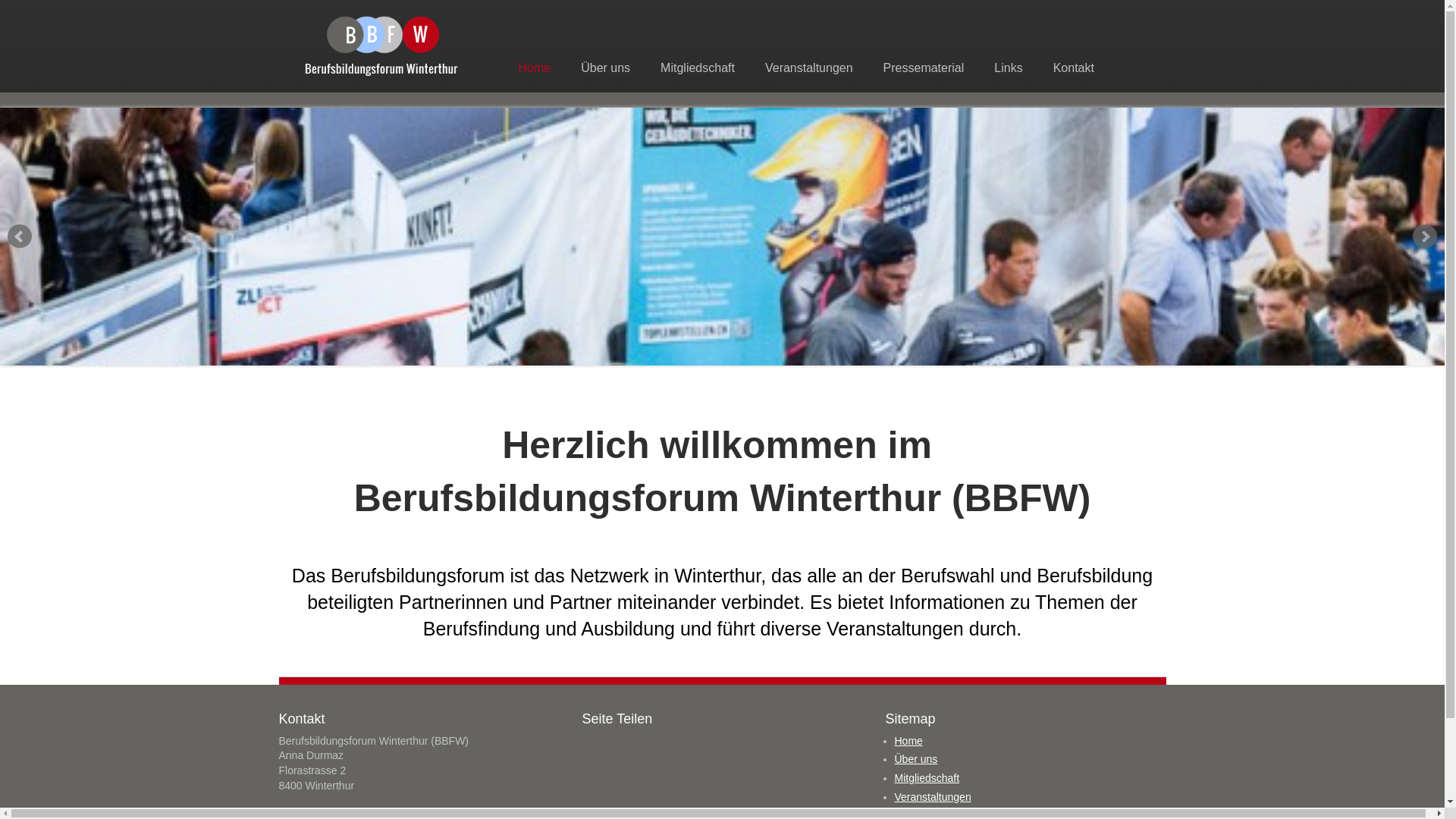  Describe the element at coordinates (923, 67) in the screenshot. I see `'Pressematerial'` at that location.